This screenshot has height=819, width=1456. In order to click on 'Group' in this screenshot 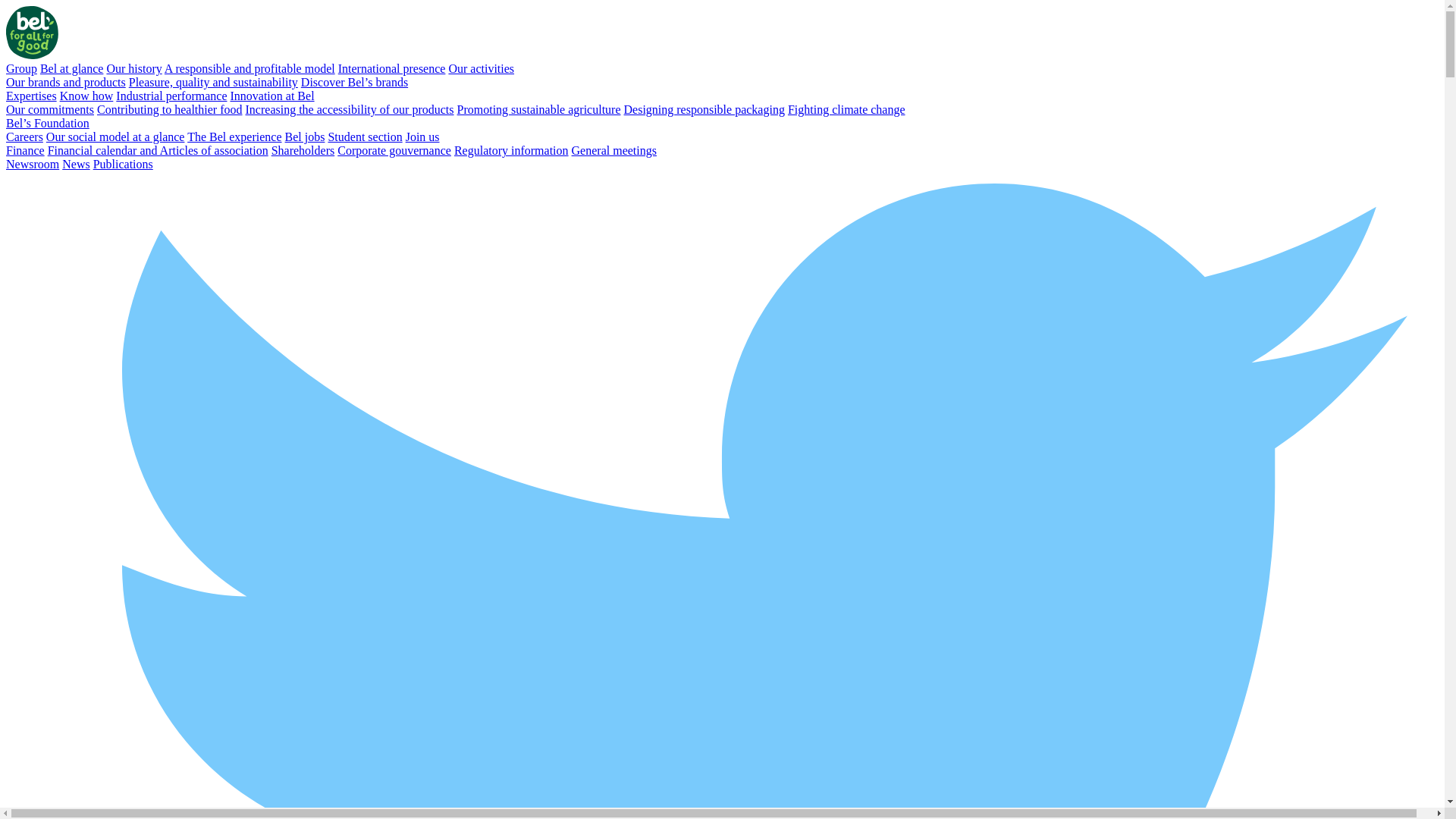, I will do `click(21, 68)`.